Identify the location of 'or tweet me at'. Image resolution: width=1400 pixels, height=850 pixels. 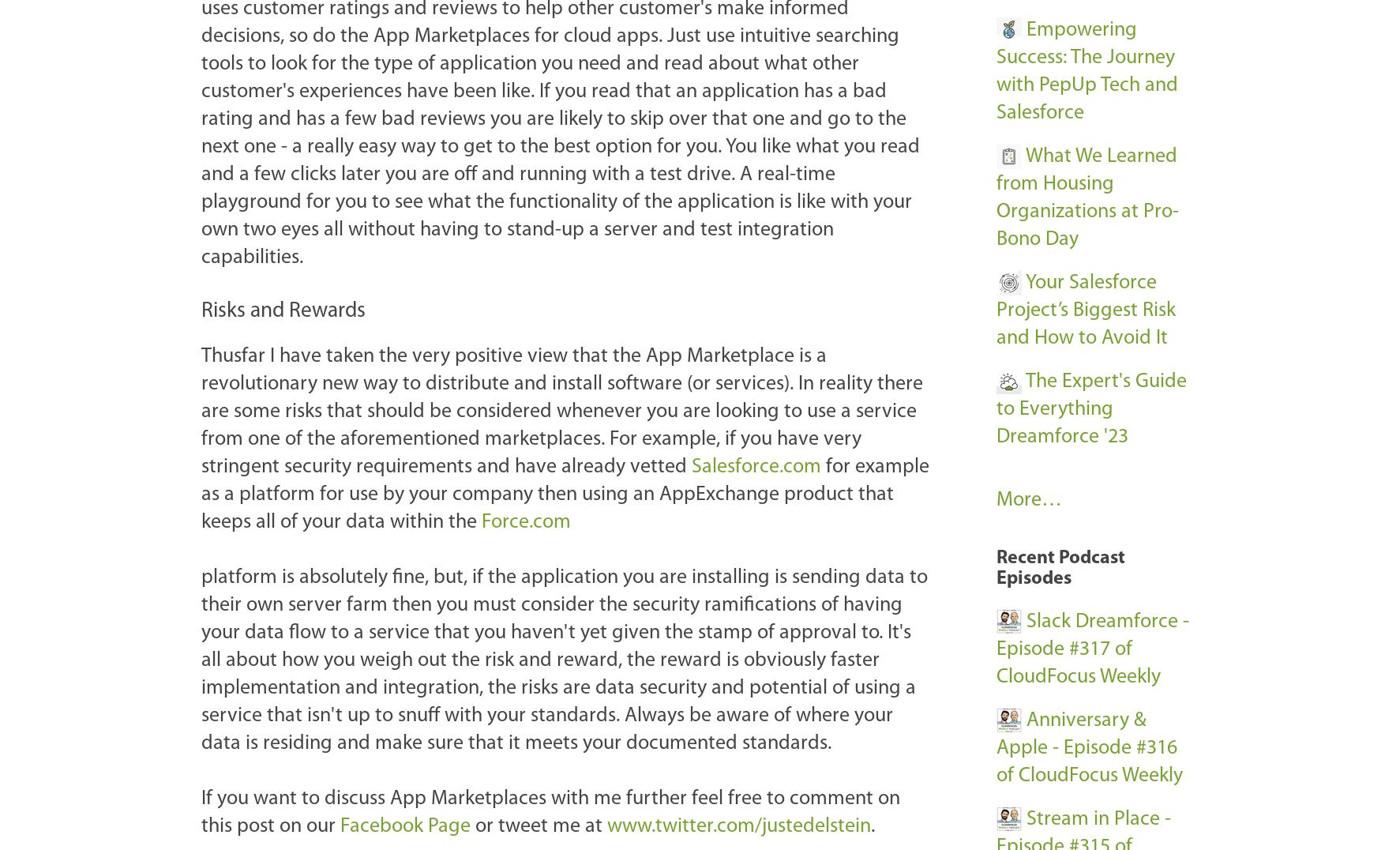
(538, 826).